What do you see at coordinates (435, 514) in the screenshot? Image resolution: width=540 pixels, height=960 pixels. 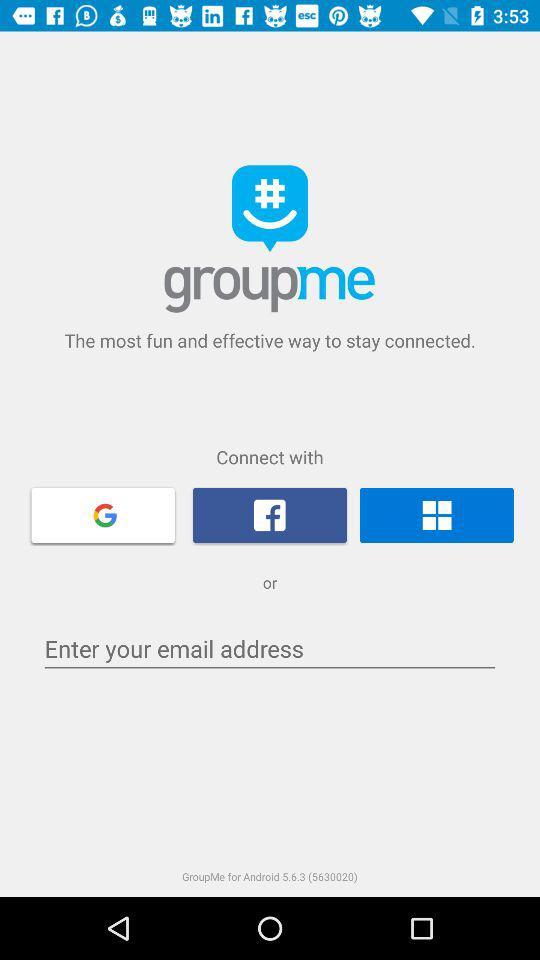 I see `icon above the or icon` at bounding box center [435, 514].